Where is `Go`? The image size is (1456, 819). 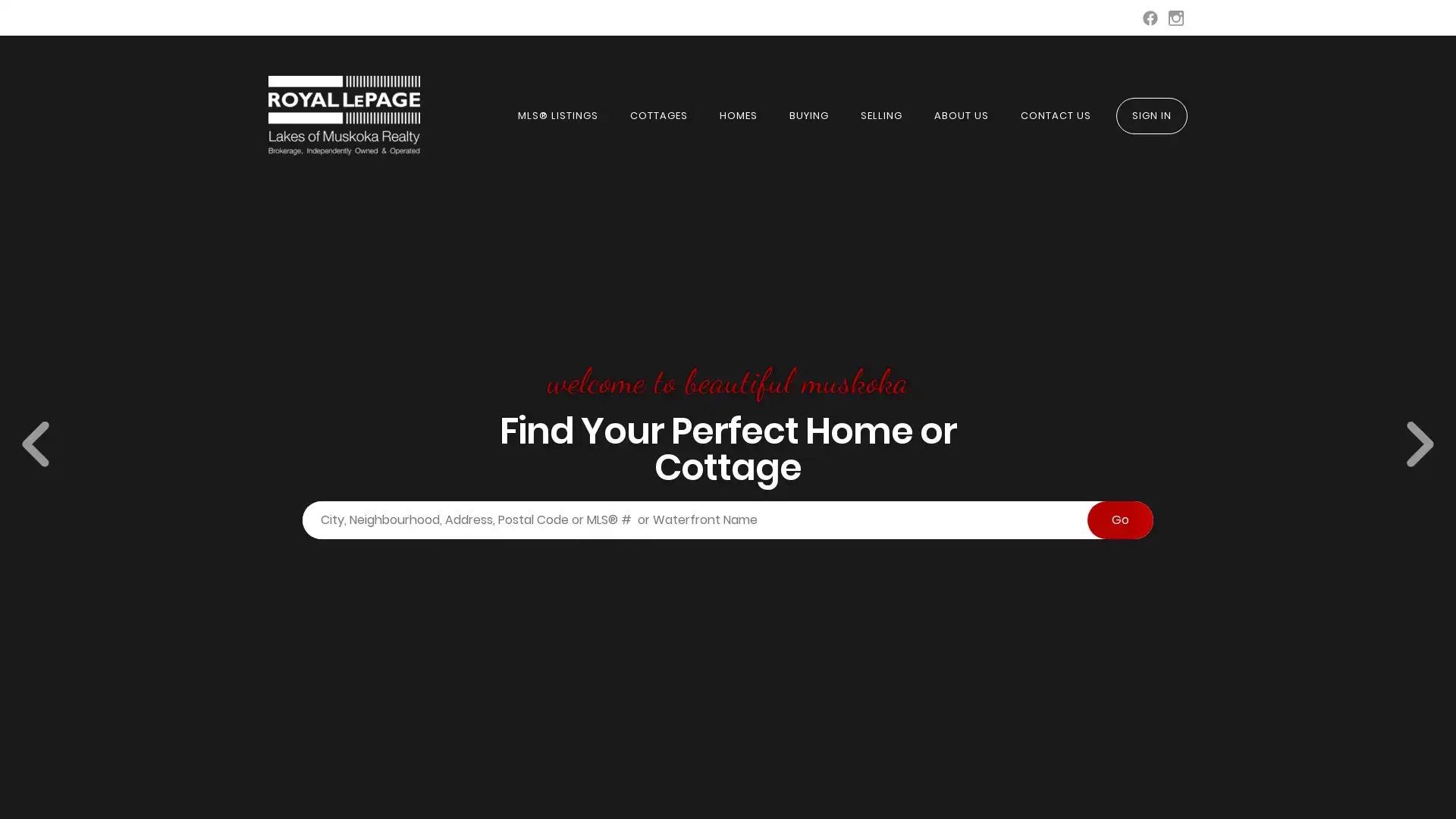 Go is located at coordinates (1120, 519).